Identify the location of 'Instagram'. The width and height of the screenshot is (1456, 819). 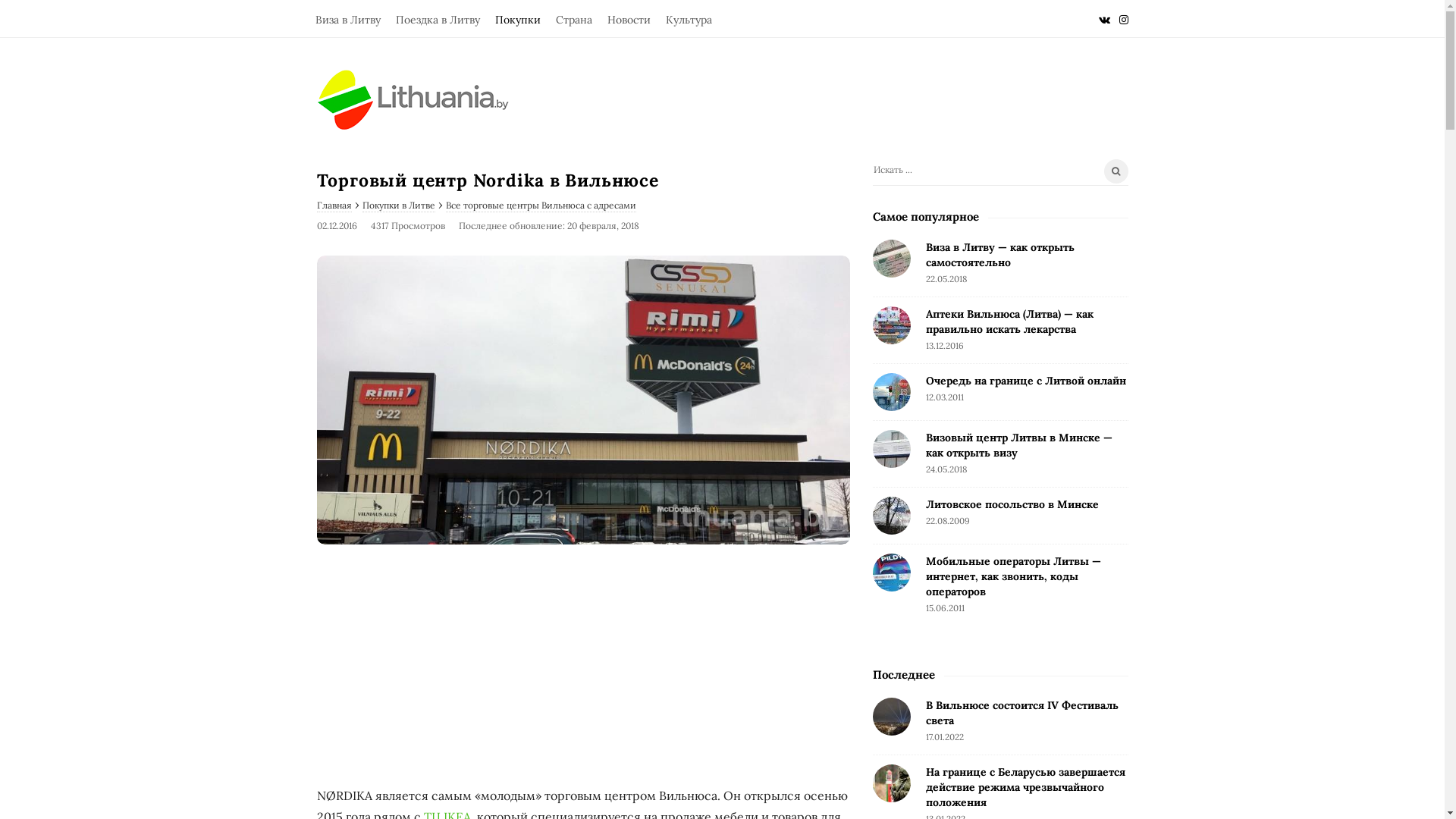
(1124, 18).